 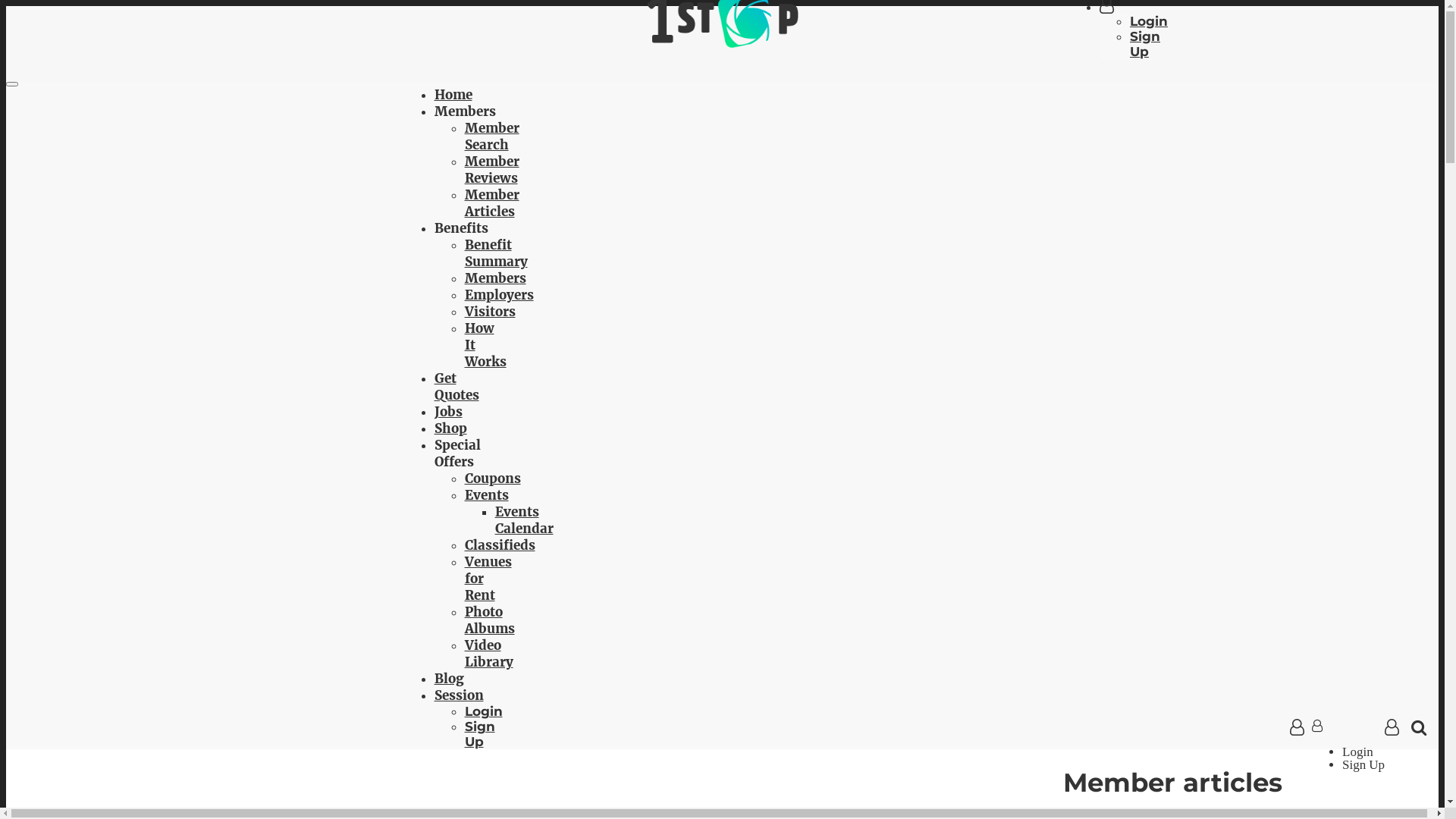 I want to click on 'Session', so click(x=457, y=695).